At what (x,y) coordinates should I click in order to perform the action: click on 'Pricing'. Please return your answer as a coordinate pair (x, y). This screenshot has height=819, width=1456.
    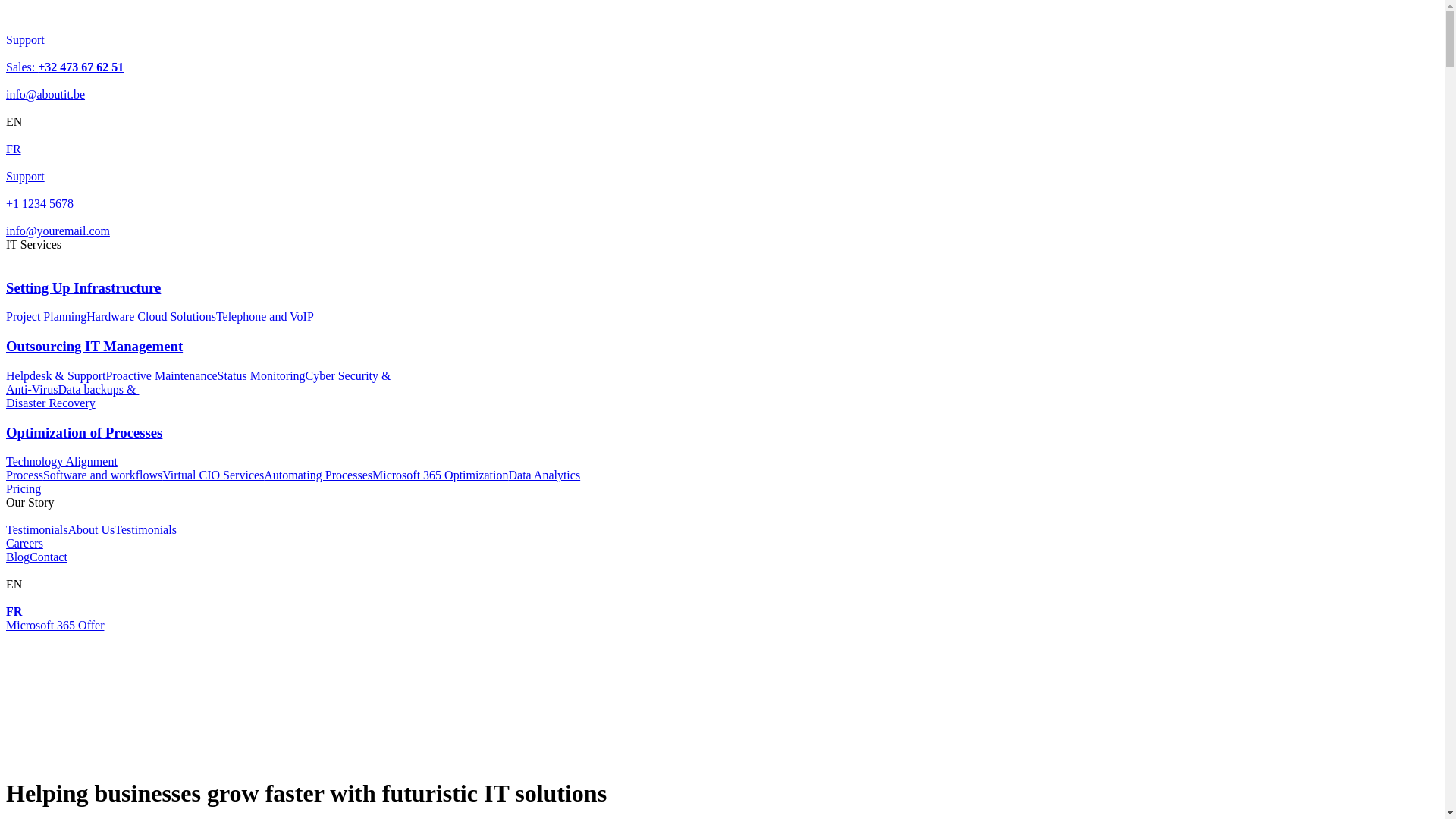
    Looking at the image, I should click on (6, 488).